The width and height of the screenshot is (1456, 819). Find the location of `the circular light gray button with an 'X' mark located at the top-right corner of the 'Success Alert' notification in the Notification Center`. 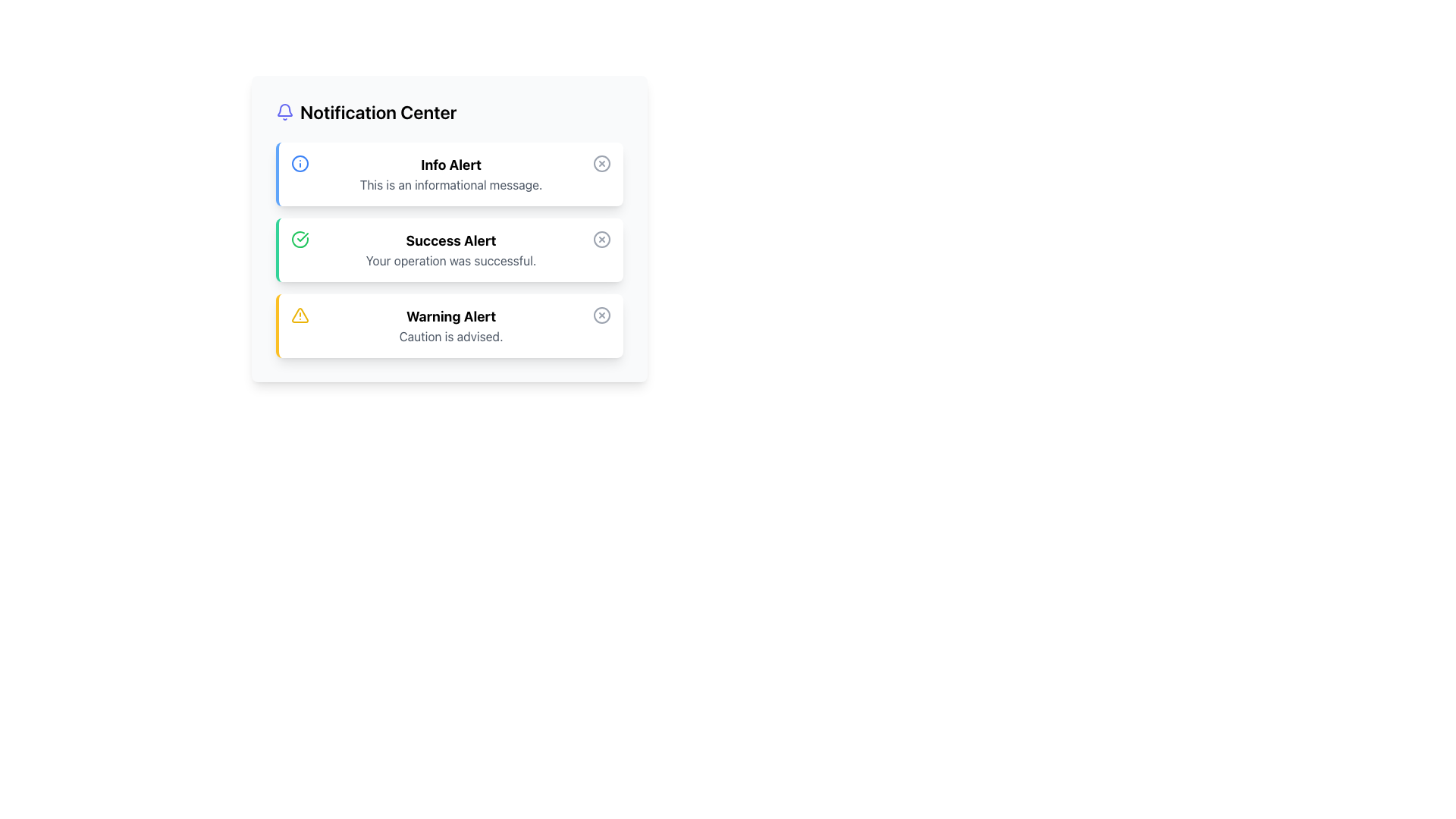

the circular light gray button with an 'X' mark located at the top-right corner of the 'Success Alert' notification in the Notification Center is located at coordinates (601, 239).